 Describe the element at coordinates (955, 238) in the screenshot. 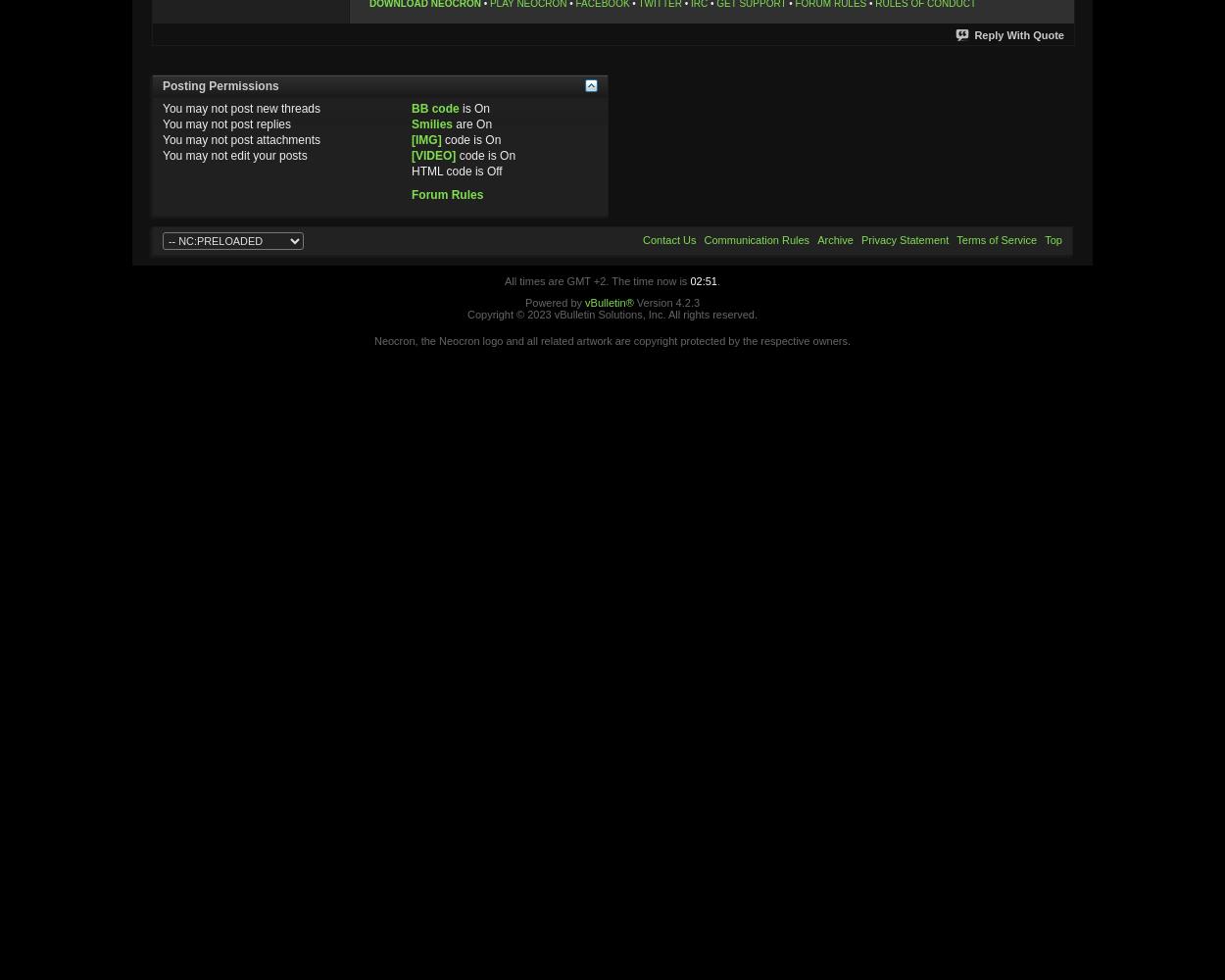

I see `'Terms of Service'` at that location.